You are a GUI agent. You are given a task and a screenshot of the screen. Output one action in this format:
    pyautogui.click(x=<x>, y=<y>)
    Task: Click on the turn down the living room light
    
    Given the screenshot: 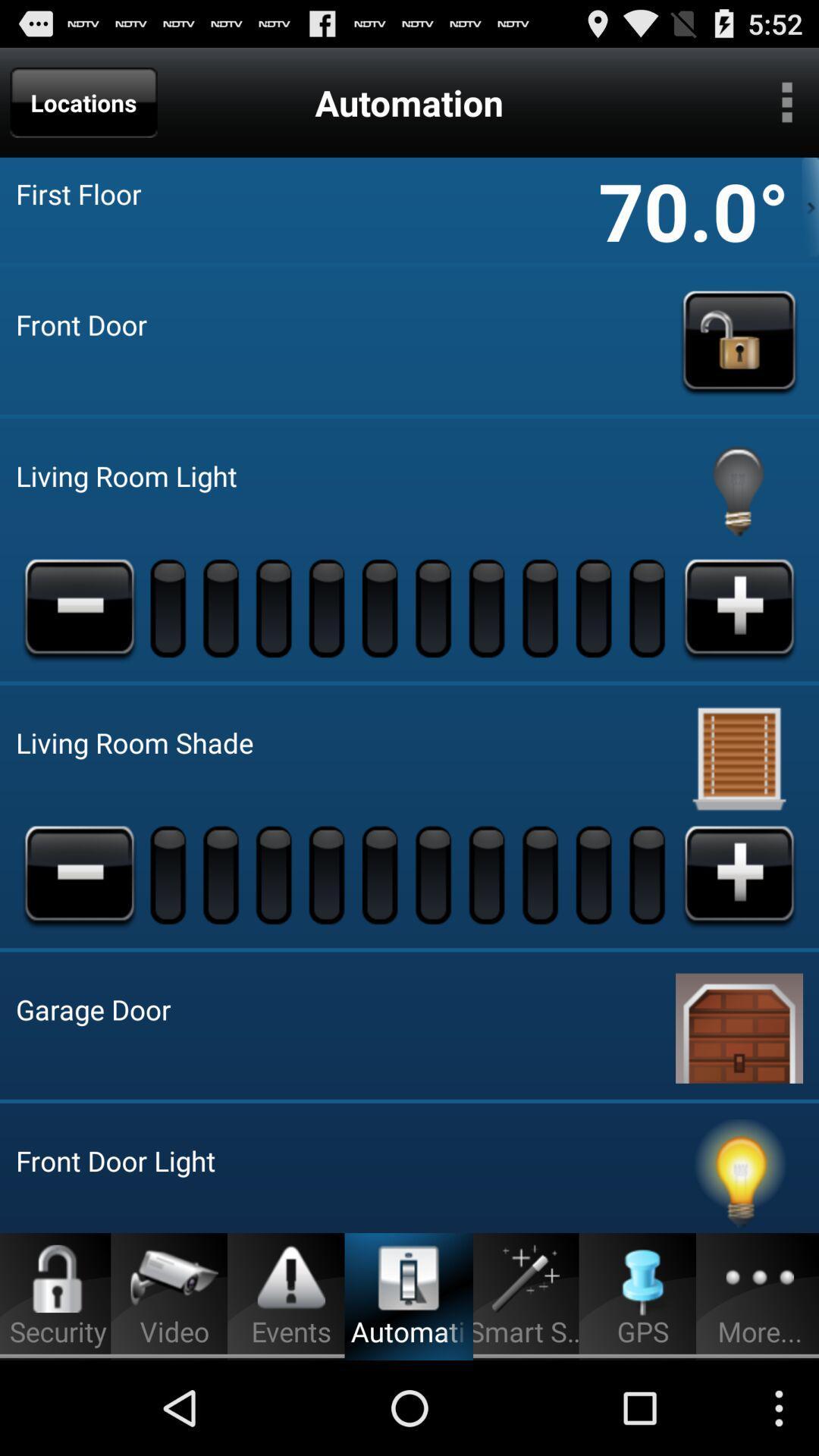 What is the action you would take?
    pyautogui.click(x=79, y=607)
    